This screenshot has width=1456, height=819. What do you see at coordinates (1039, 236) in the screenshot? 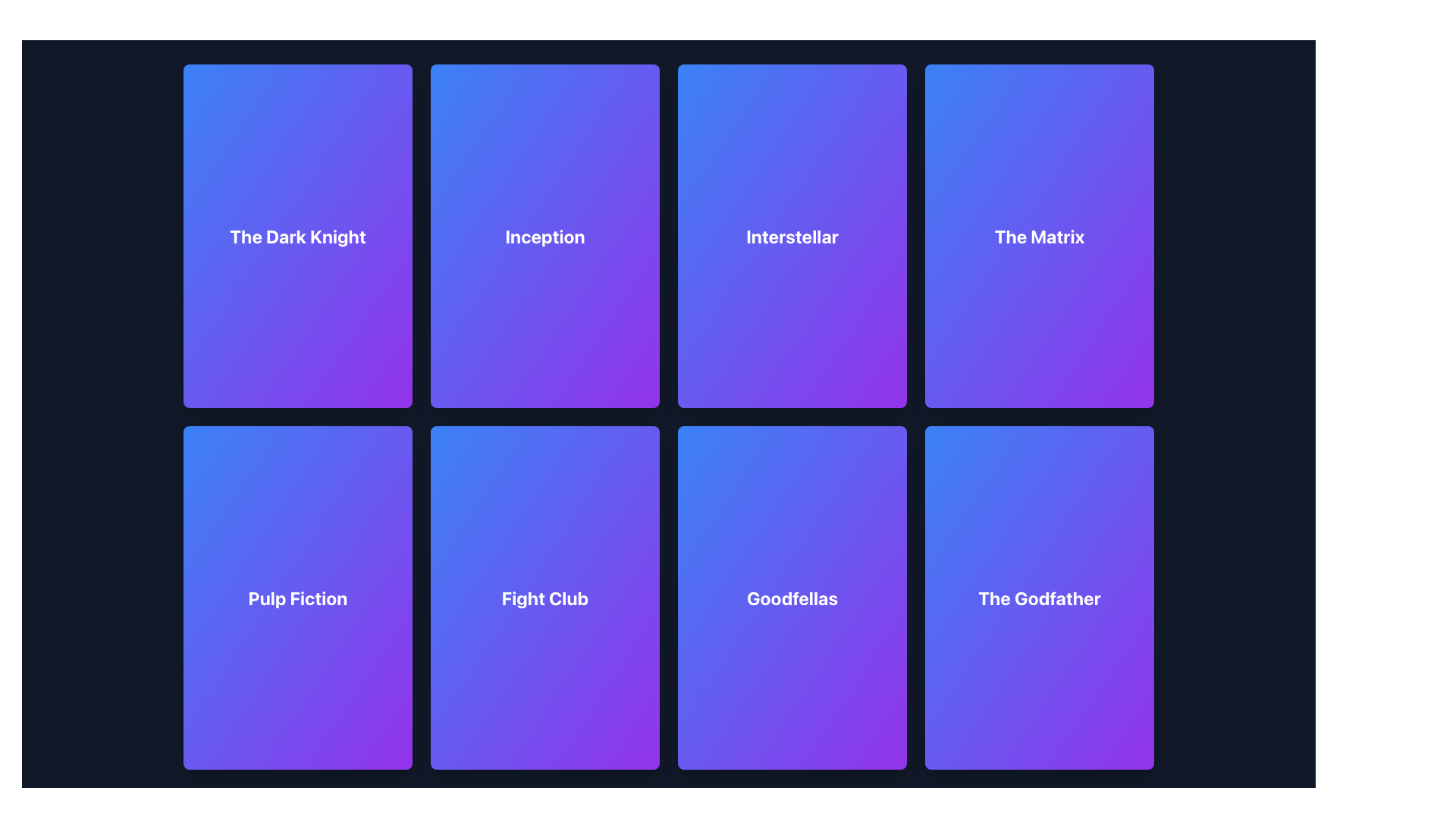
I see `the text label displaying 'The Matrix', which is centered within a rectangular background gradient, located in the fourth card of the top row in the movie grid layout` at bounding box center [1039, 236].